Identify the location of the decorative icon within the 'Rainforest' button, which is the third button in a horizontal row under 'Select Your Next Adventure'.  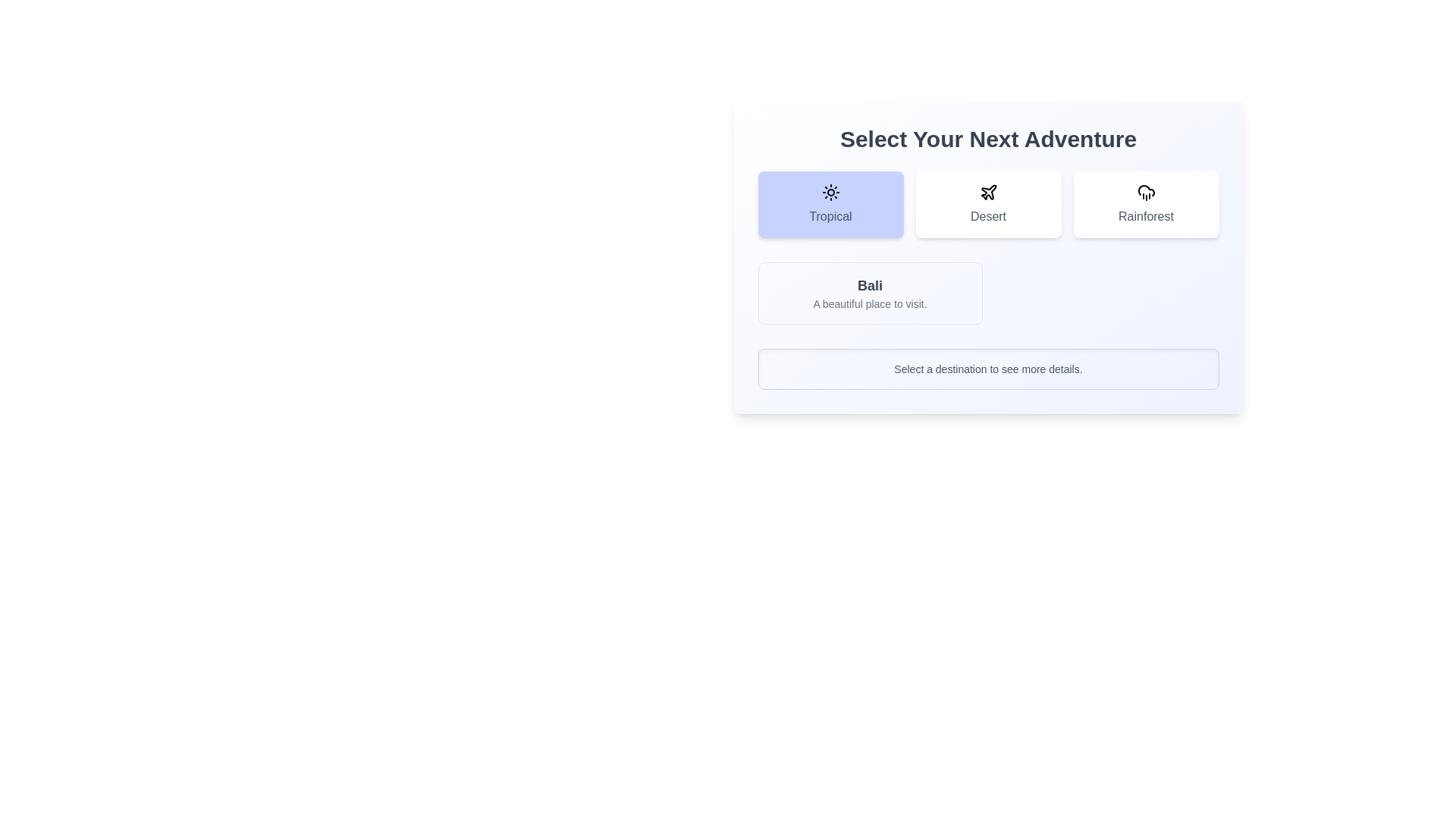
(1146, 192).